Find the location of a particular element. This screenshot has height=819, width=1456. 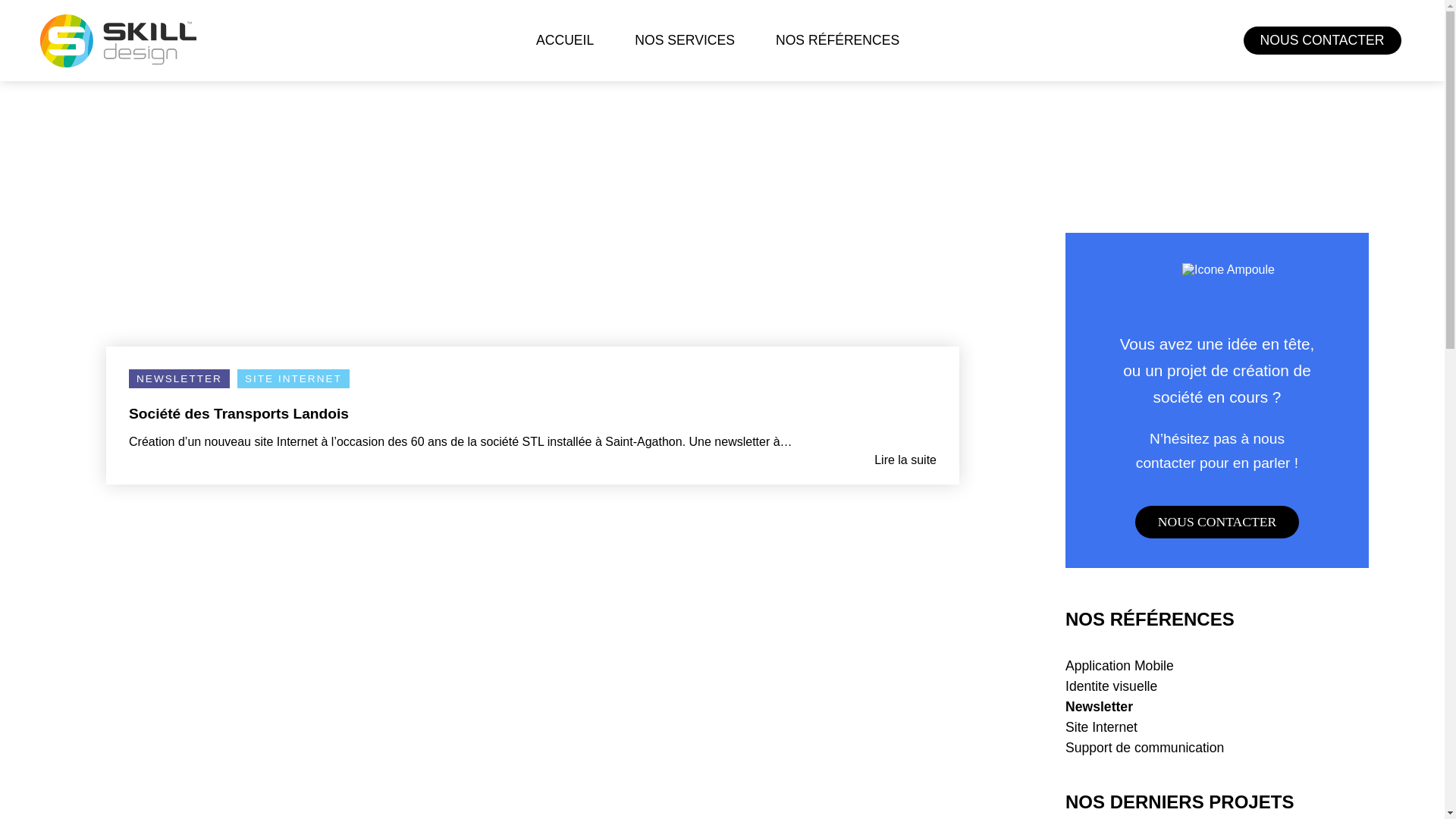

'NEWSLETTER' is located at coordinates (128, 378).